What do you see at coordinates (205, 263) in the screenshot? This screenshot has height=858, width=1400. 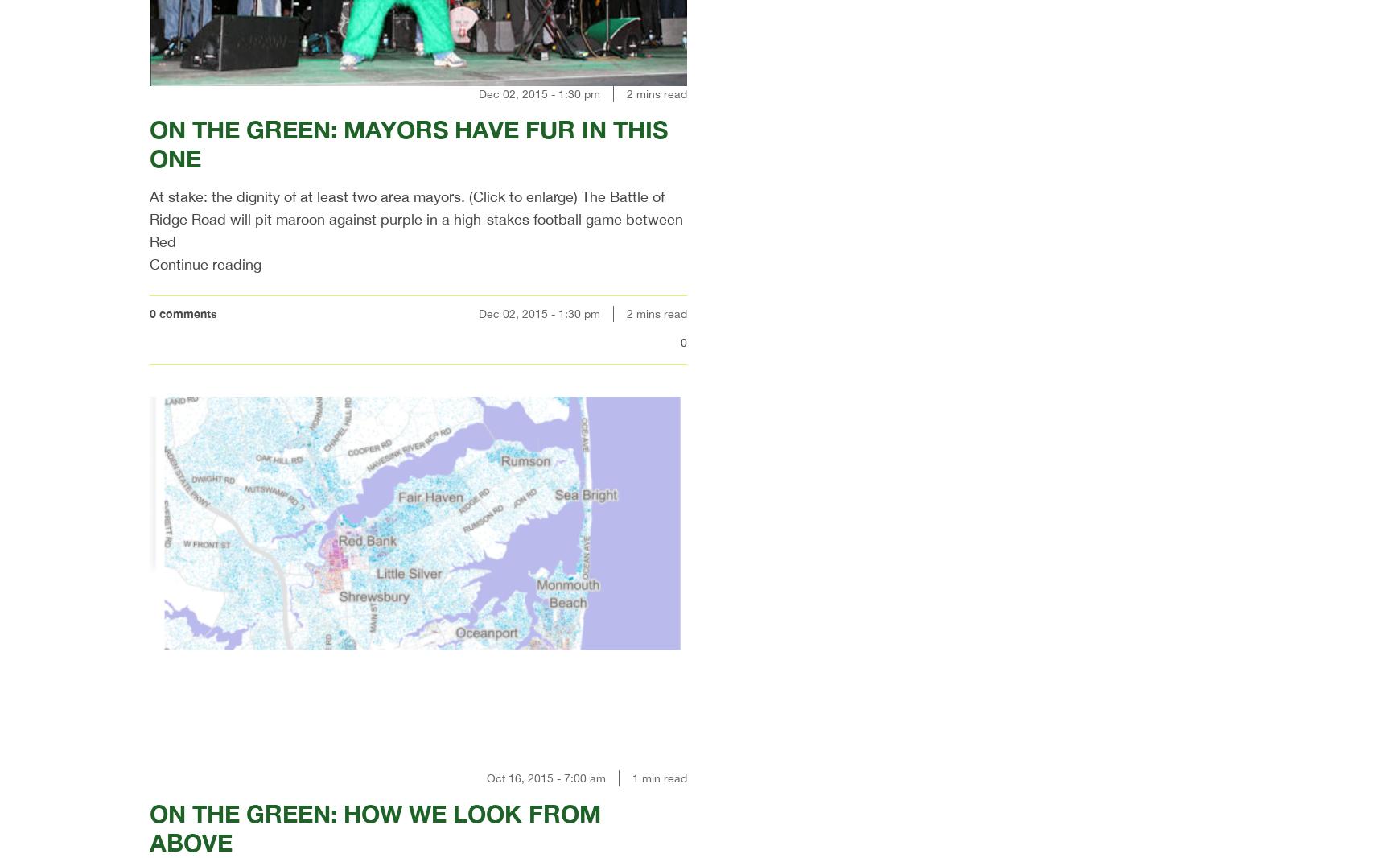 I see `'Continue reading'` at bounding box center [205, 263].